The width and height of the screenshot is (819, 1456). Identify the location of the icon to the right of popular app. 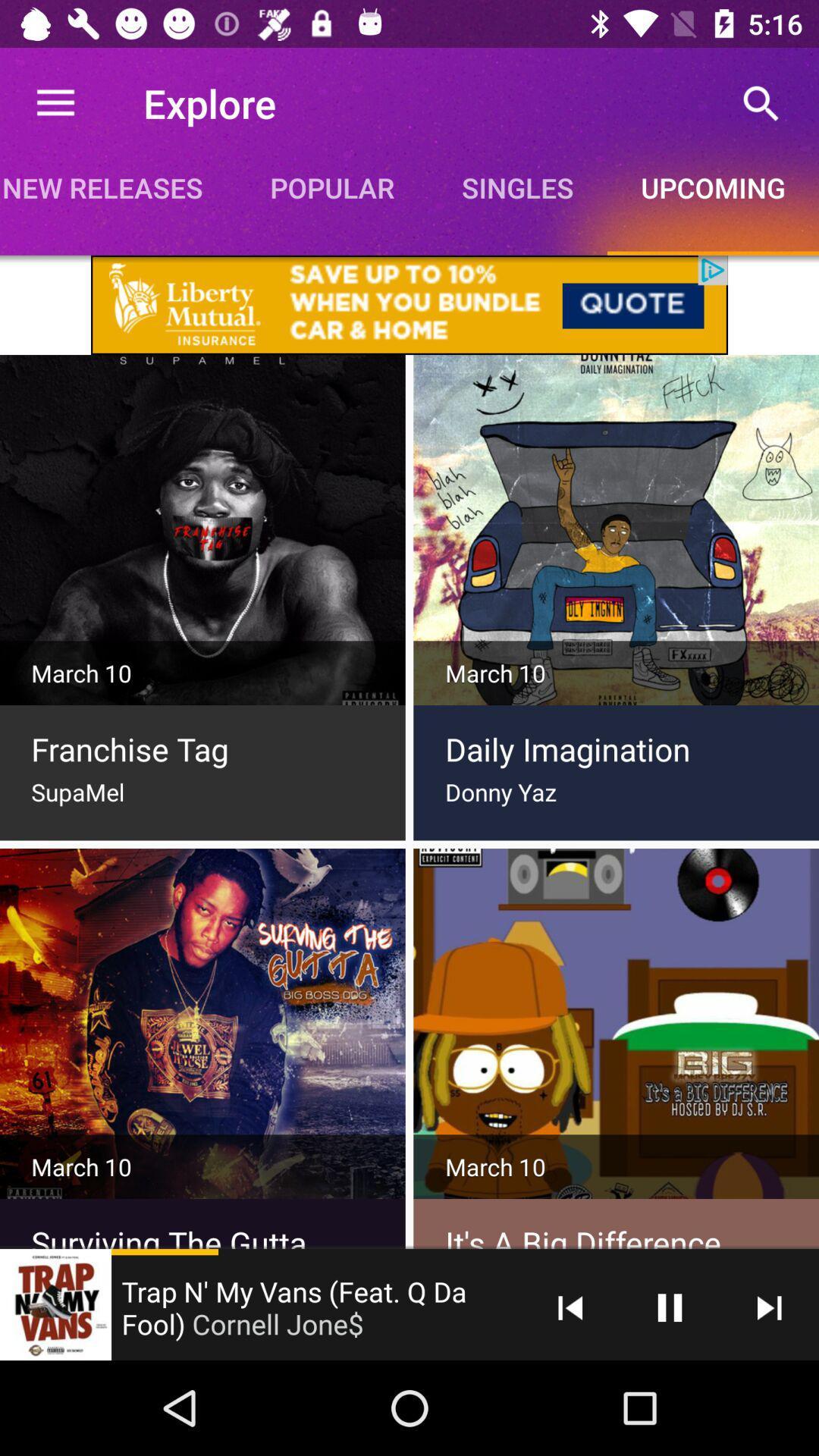
(516, 187).